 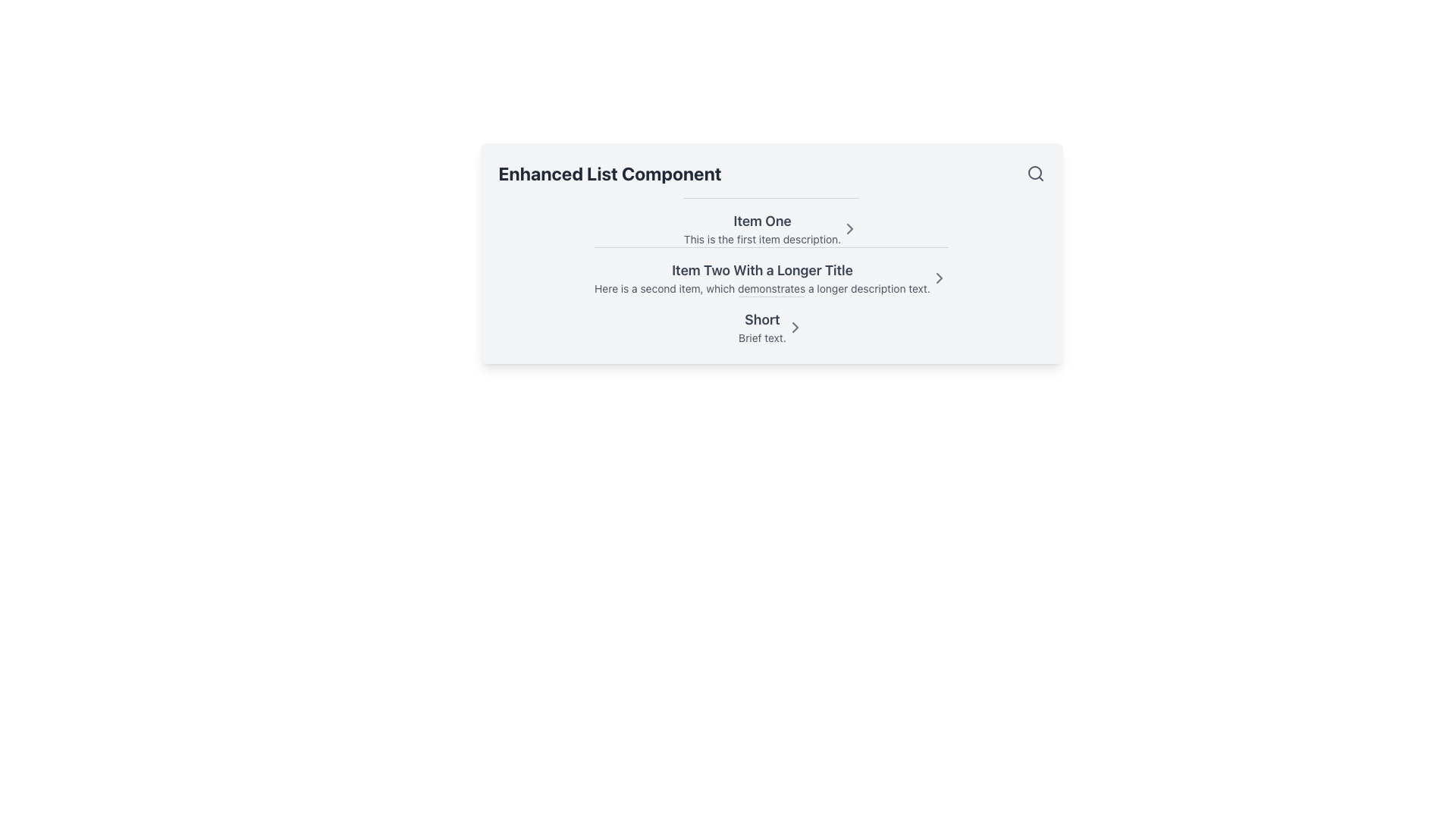 I want to click on the chevron icon located to the right of the 'Item One' text in the list component, which serves as a forward navigation indicator, so click(x=850, y=228).